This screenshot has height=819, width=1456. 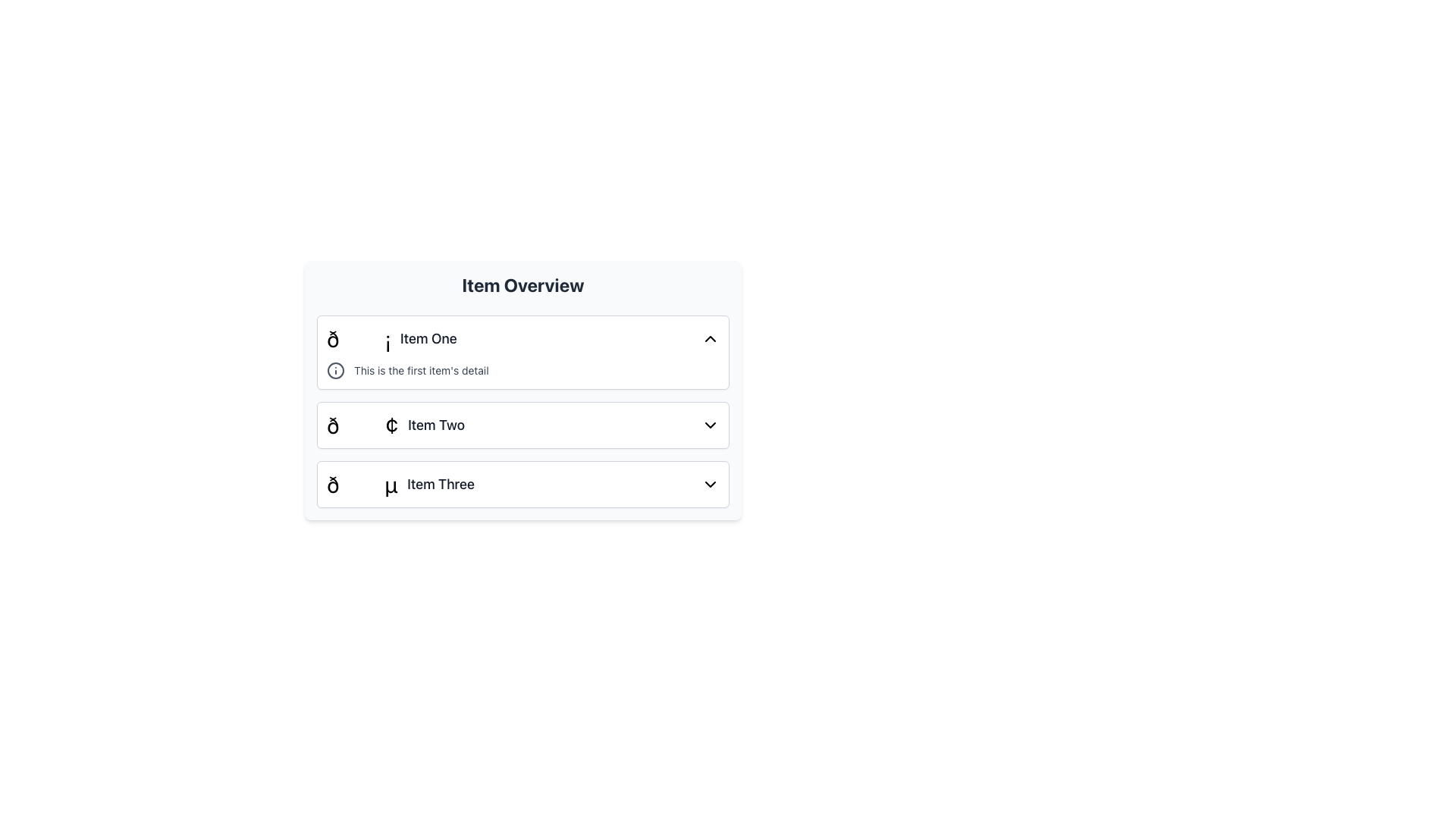 What do you see at coordinates (523, 412) in the screenshot?
I see `the middle row of the collapsible list item labeled 'Item Two' within the 'Item Overview' card to potentially trigger its default action` at bounding box center [523, 412].